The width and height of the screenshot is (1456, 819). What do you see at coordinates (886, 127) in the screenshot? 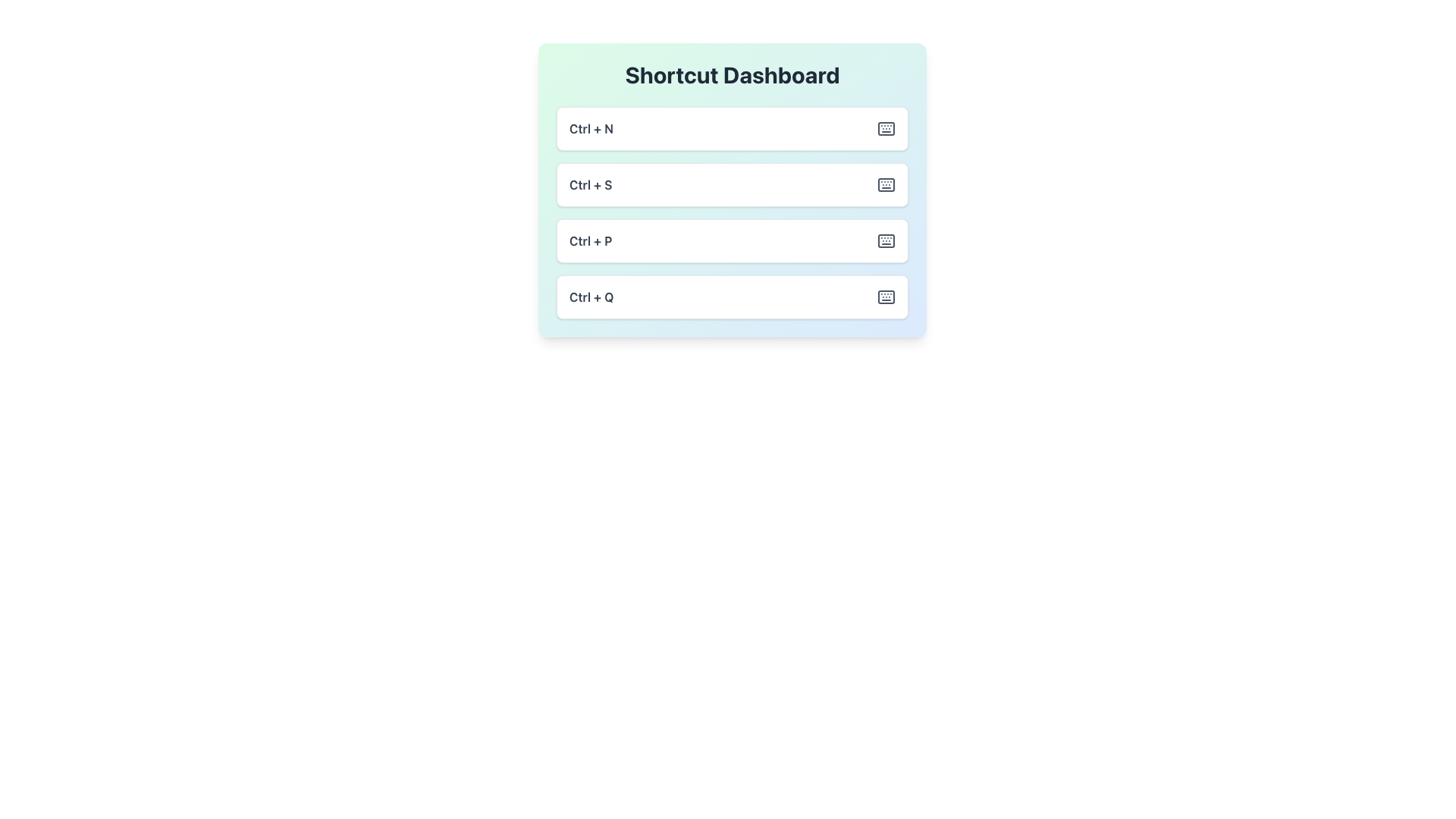
I see `the gray keyboard icon located to the far right of the 'Ctrl + N' shortcut item in the Shortcut Dashboard list` at bounding box center [886, 127].